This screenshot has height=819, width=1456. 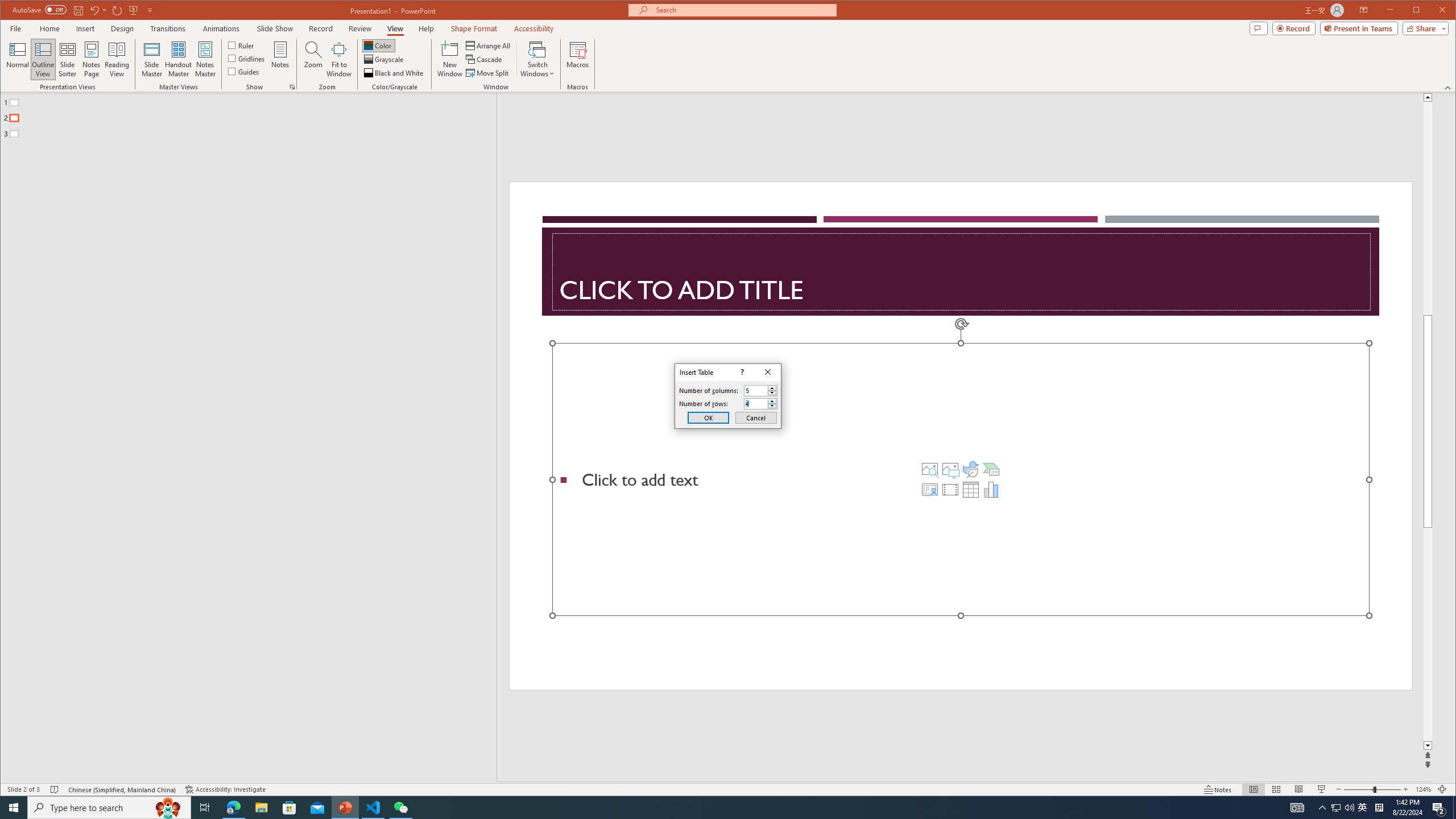 I want to click on 'Cancel', so click(x=755, y=417).